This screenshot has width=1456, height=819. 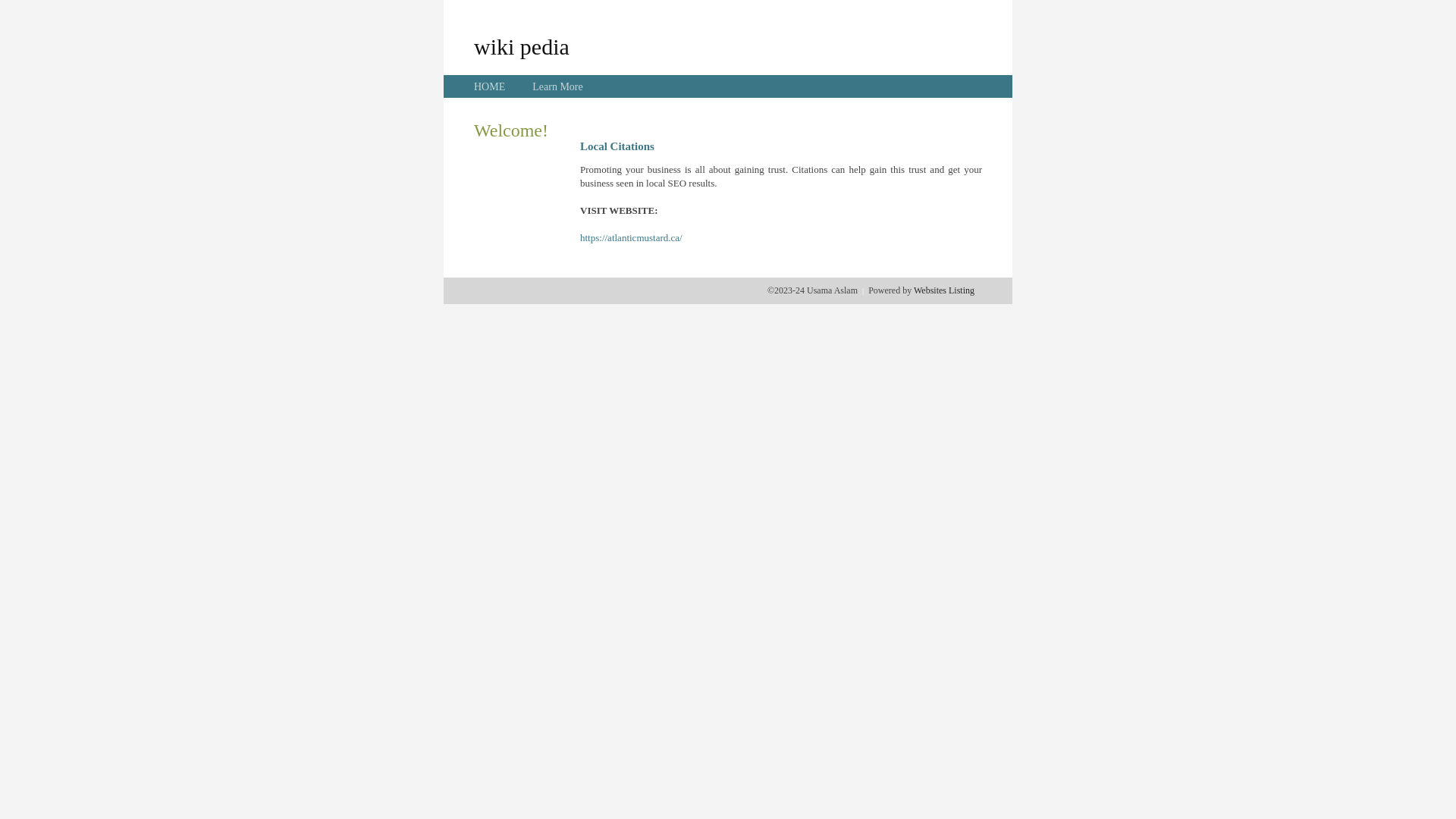 I want to click on 'https://atlanticmustard.ca/', so click(x=631, y=237).